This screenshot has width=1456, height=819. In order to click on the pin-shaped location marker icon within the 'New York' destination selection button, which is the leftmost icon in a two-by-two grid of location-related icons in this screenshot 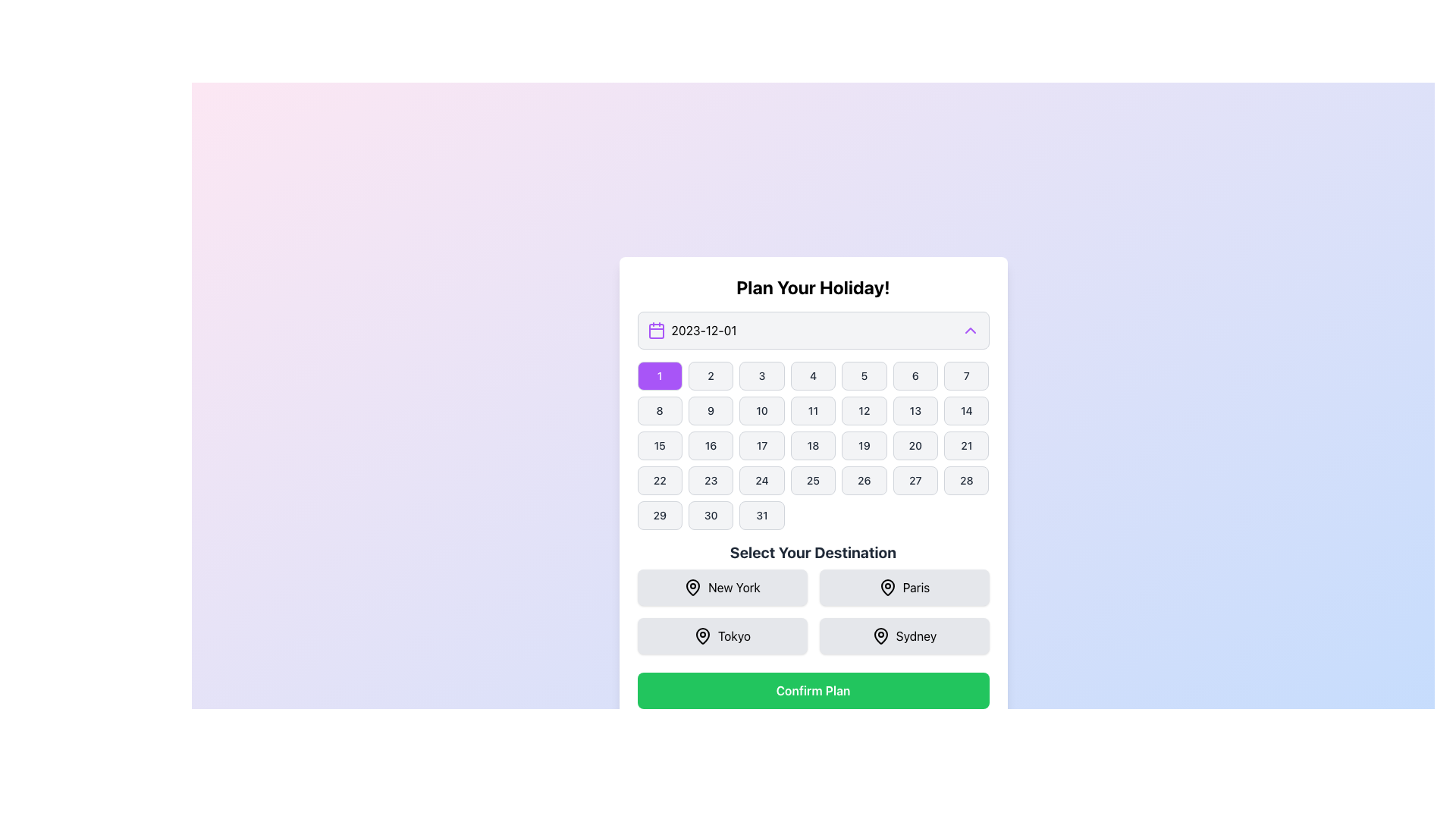, I will do `click(692, 587)`.